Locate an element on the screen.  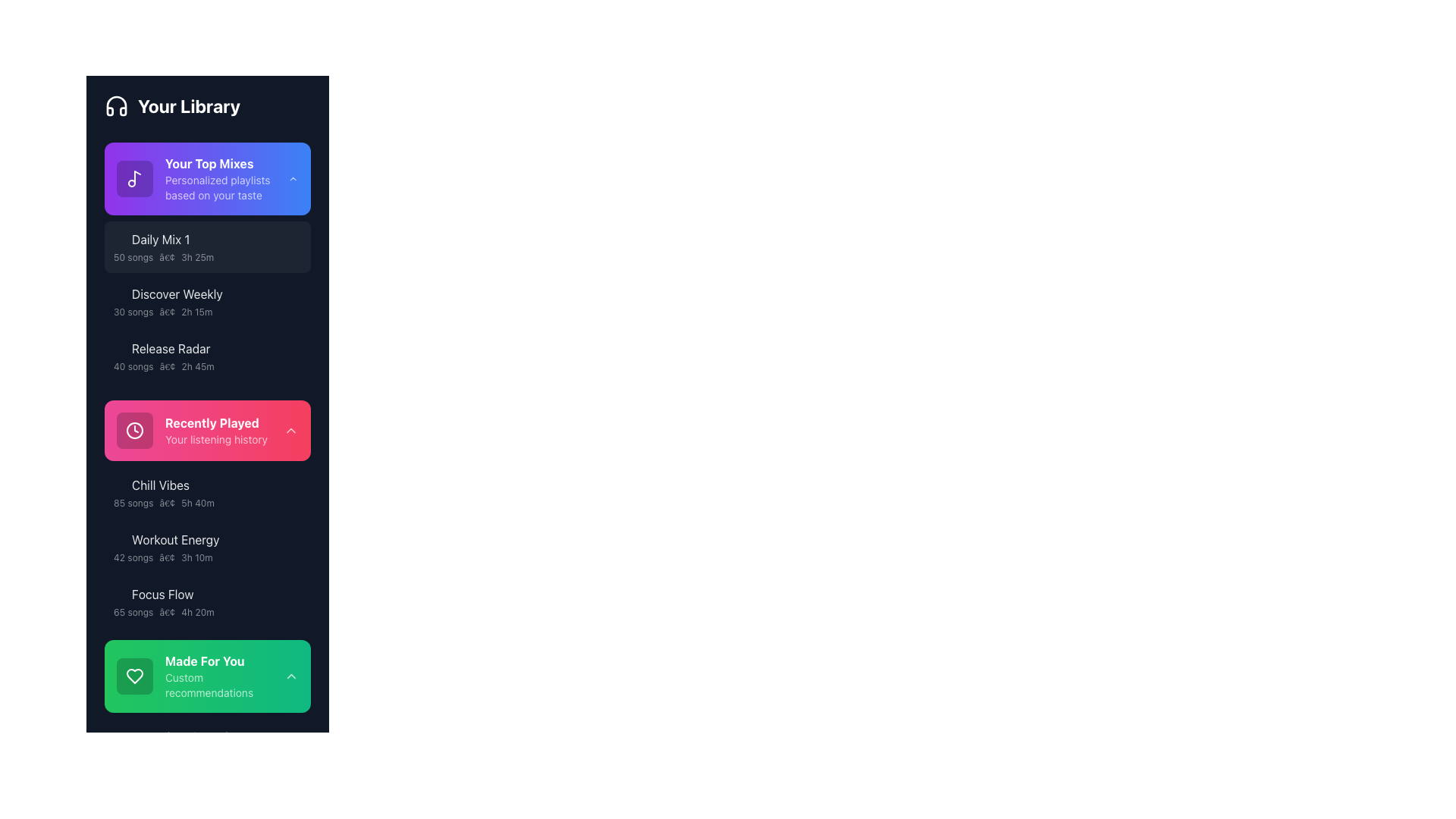
the circular icon located at the bottom-right of the side menu, adjacent is located at coordinates (294, 601).